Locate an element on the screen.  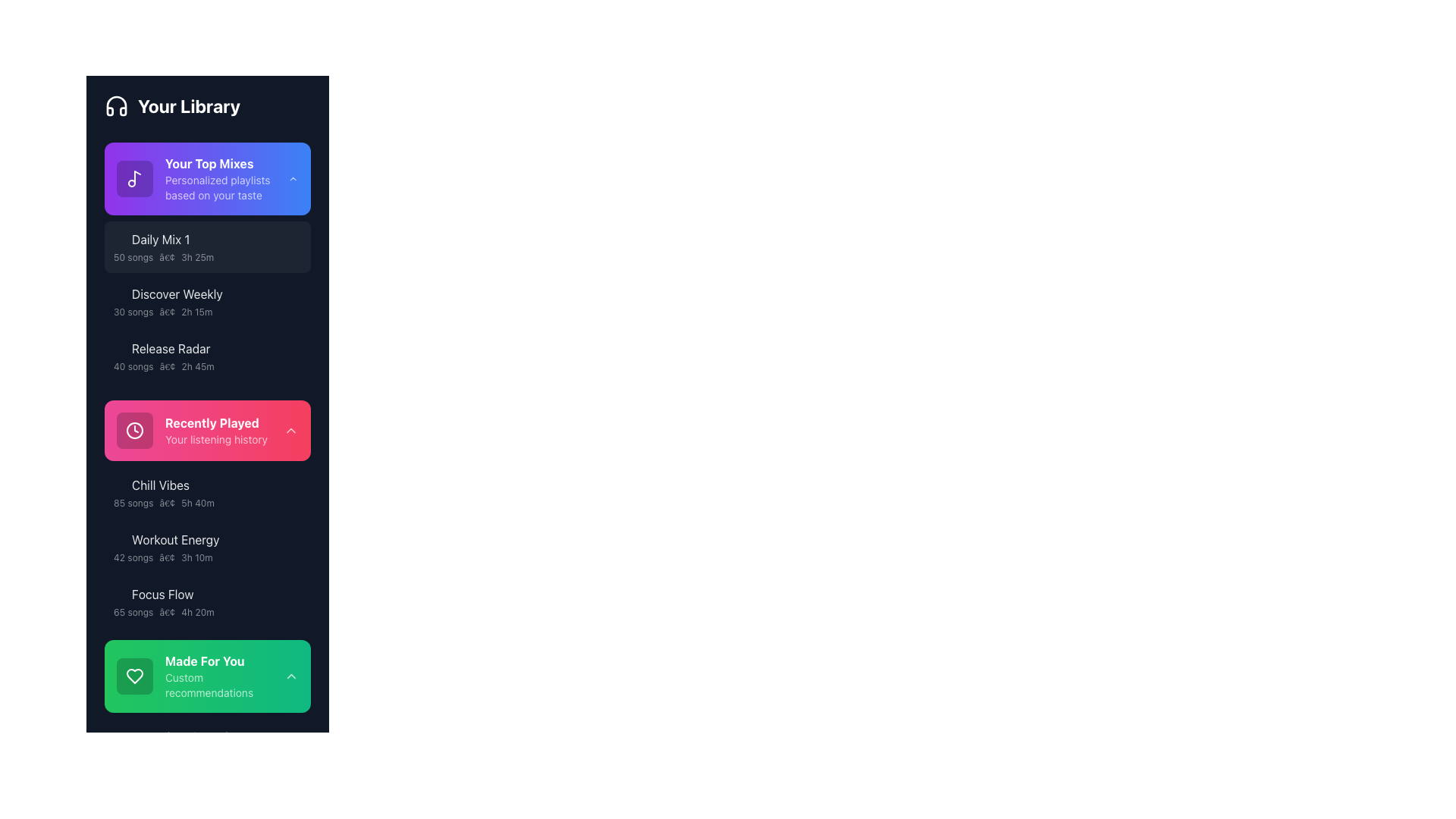
the circular icon located at the bottom-right of the side menu, adjacent is located at coordinates (294, 601).